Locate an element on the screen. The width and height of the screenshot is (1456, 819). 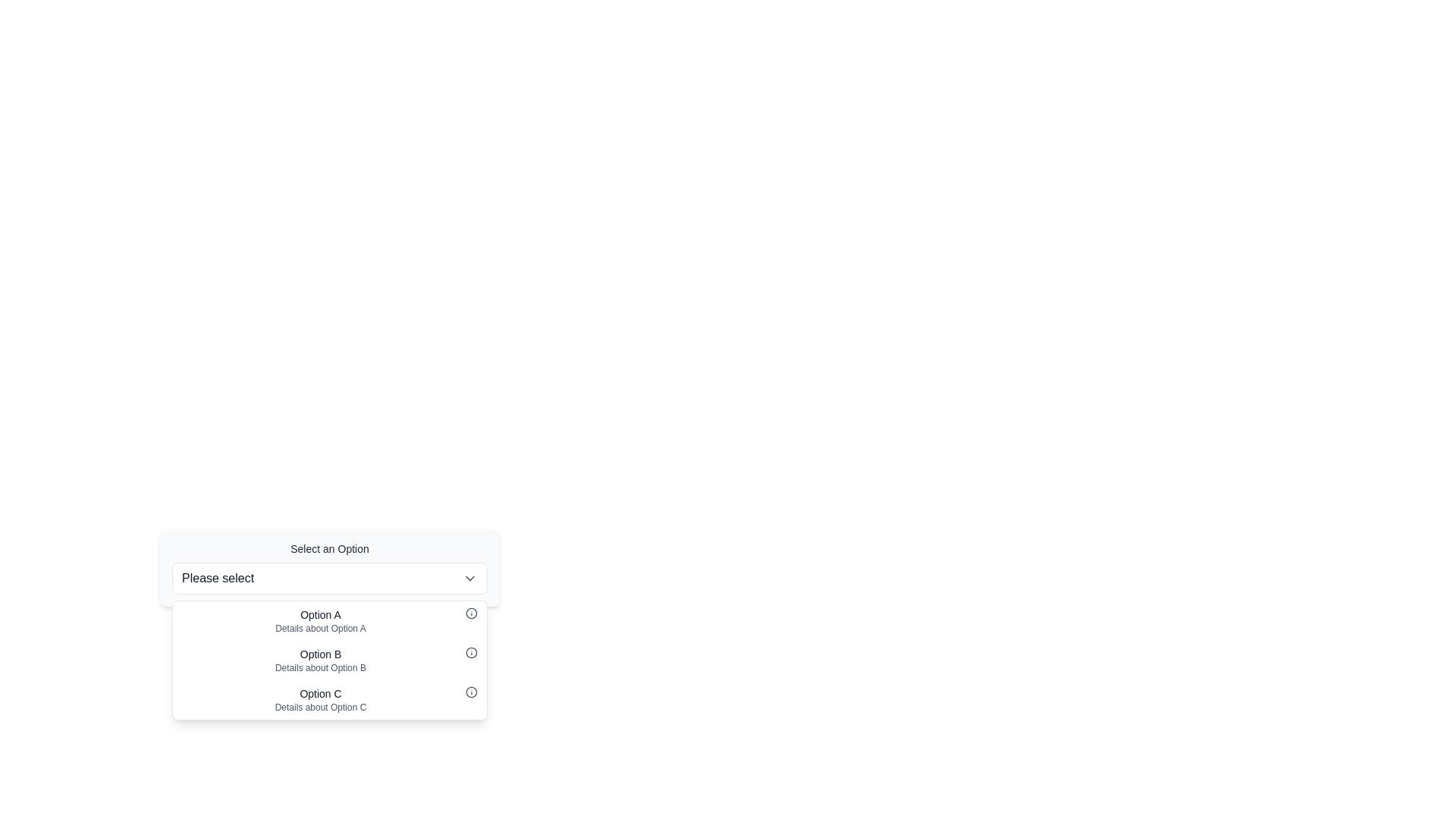
the dropdown menu using tab navigation is located at coordinates (329, 567).